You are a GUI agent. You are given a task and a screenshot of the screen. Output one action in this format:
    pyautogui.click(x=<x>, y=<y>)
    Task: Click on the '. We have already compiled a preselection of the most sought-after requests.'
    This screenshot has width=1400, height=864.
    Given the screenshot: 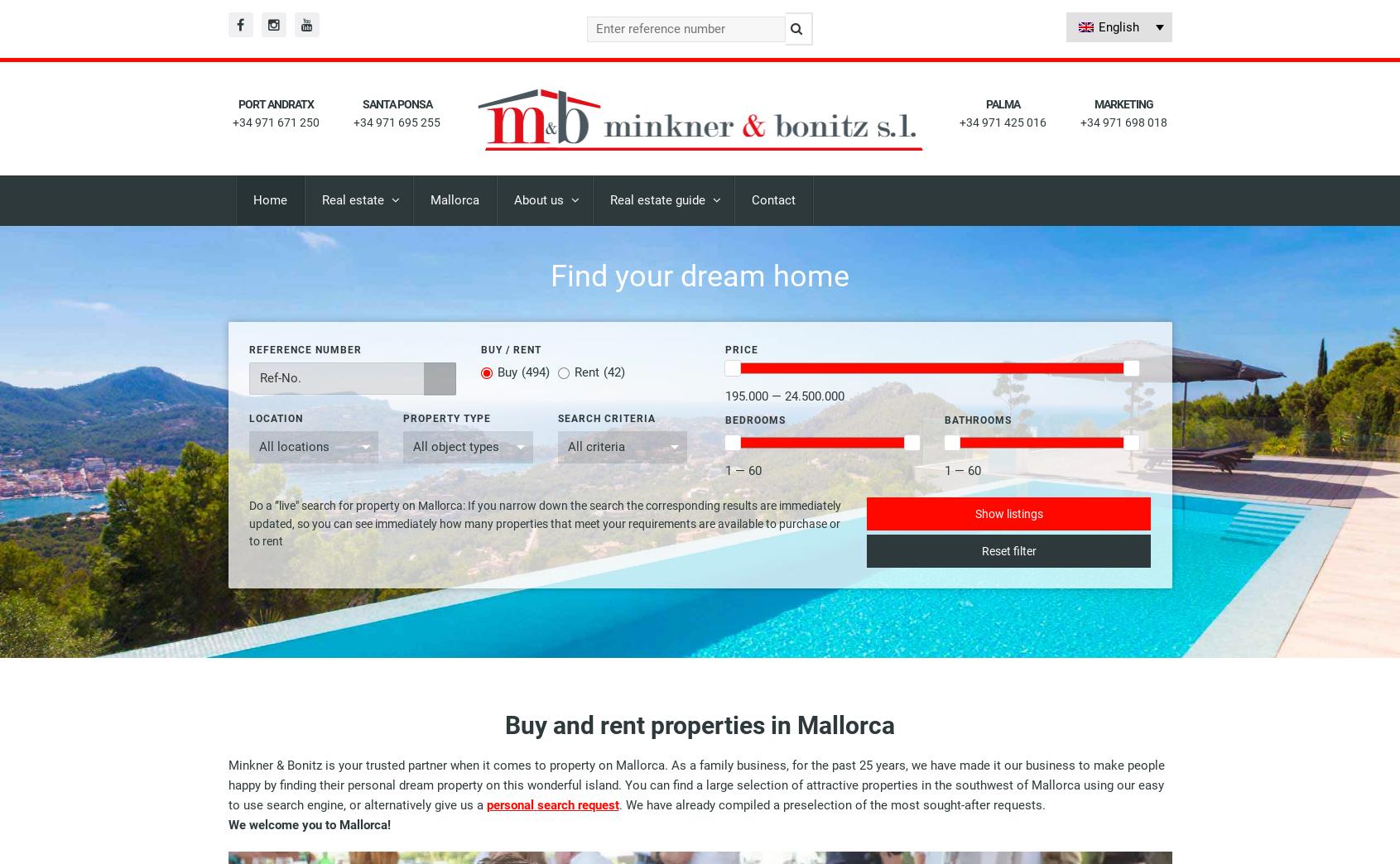 What is the action you would take?
    pyautogui.click(x=831, y=804)
    